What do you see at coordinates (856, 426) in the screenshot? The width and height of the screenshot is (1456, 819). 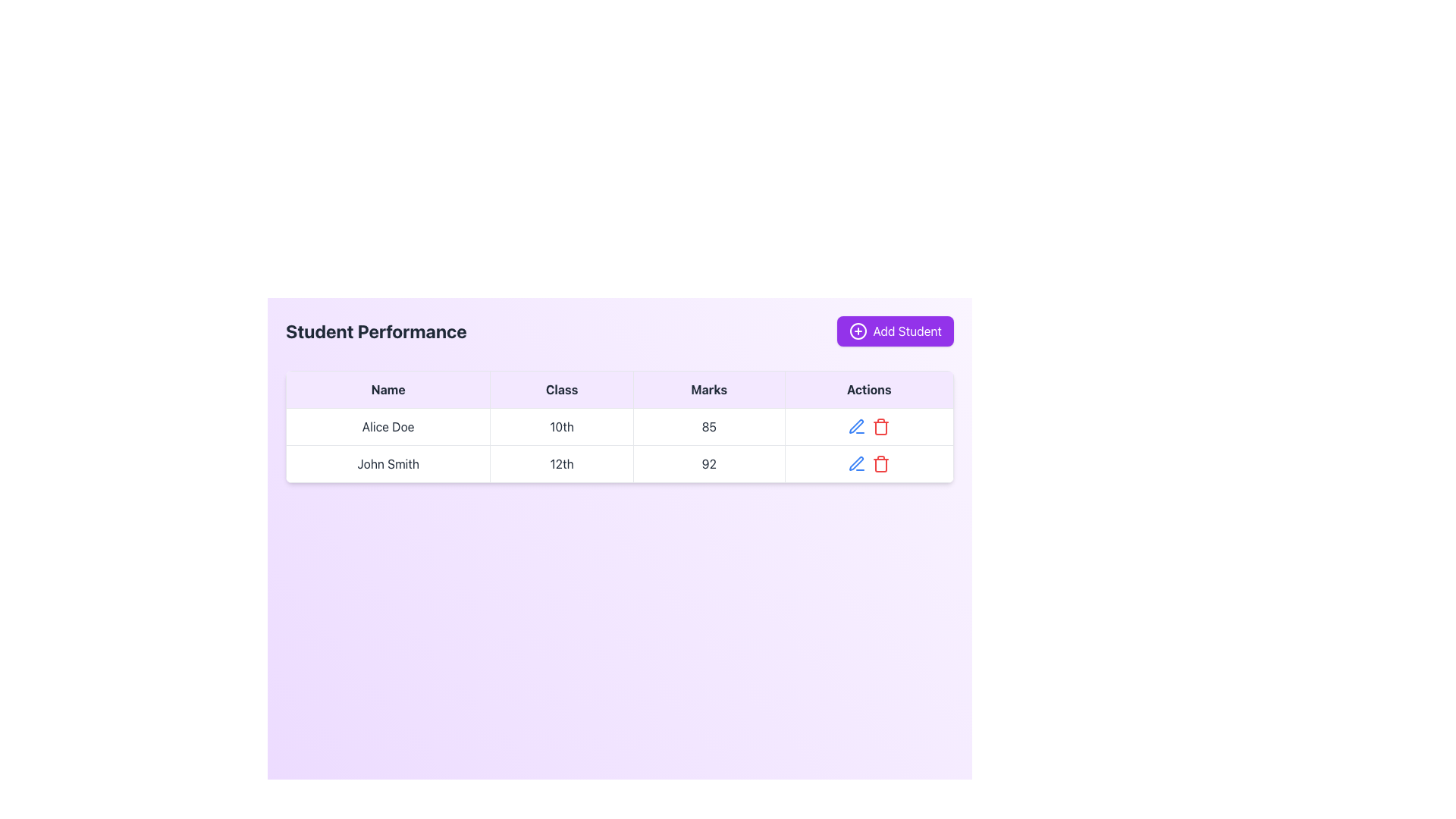 I see `the edit button in the Actions column of the second row of the table to enter editing mode for the entry associated with user 'John Smith'` at bounding box center [856, 426].